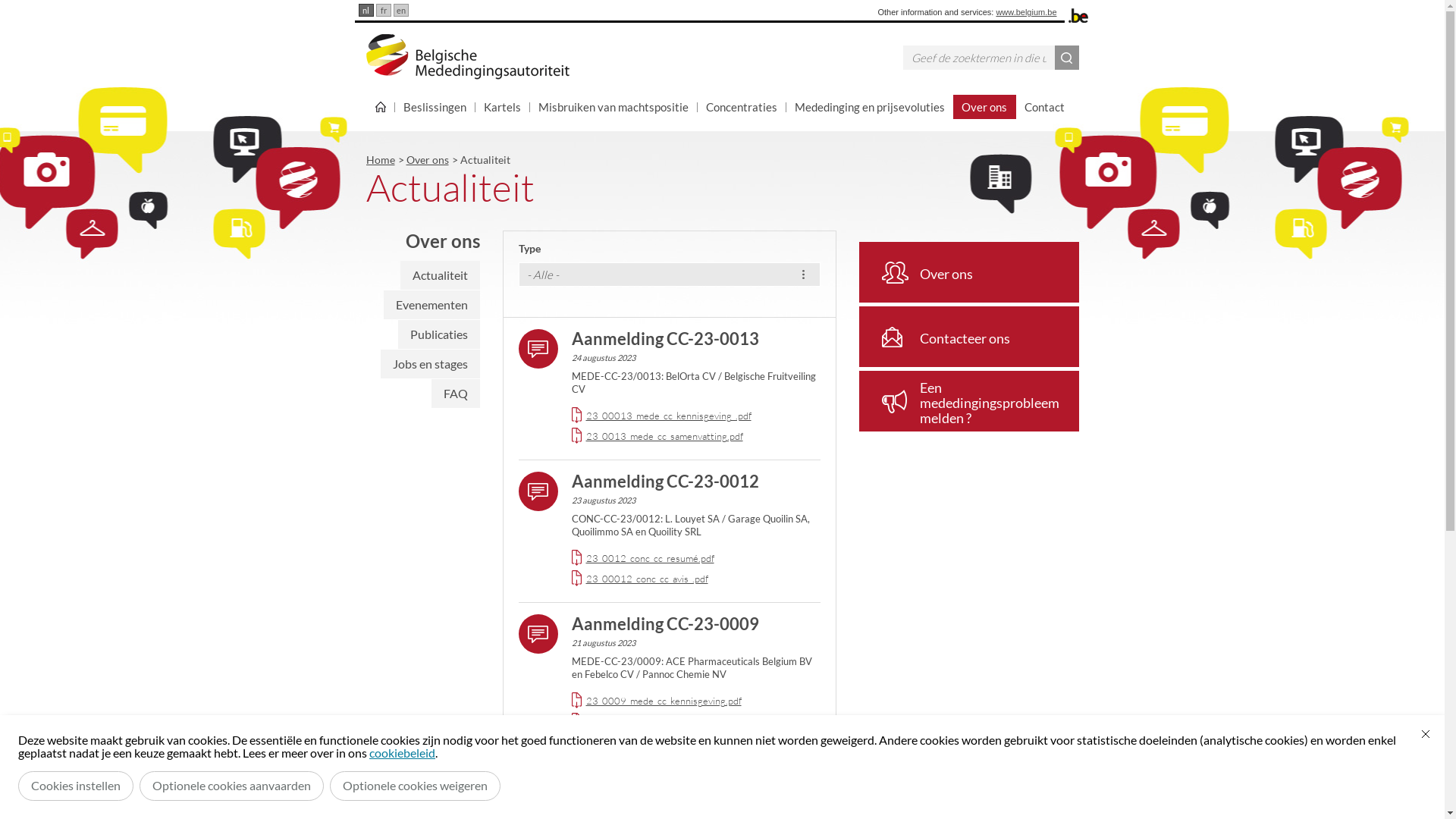  I want to click on '23_00013_mede_cc_kennisgeving_.pdf', so click(667, 415).